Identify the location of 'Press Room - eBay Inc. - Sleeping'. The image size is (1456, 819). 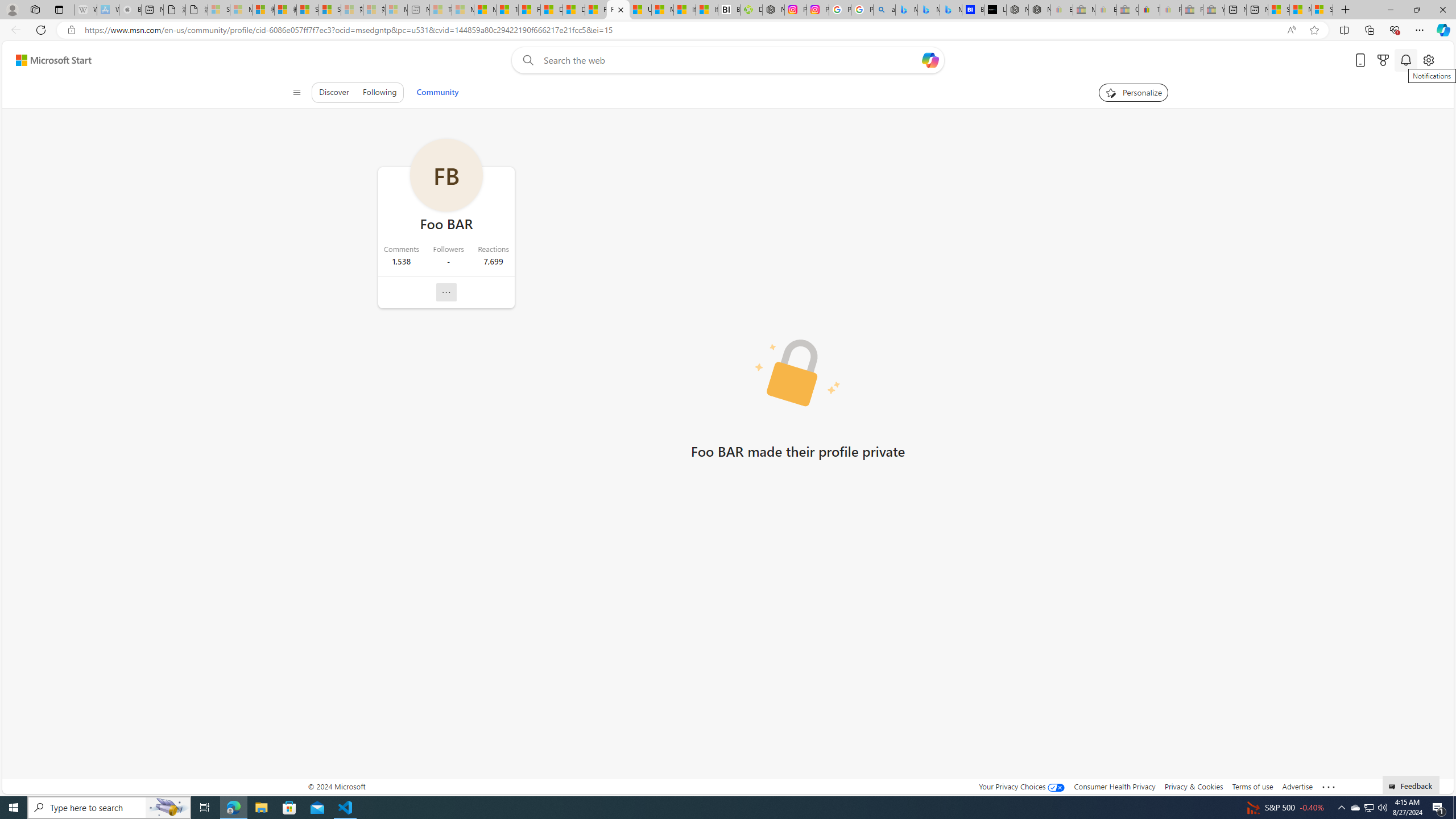
(1192, 9).